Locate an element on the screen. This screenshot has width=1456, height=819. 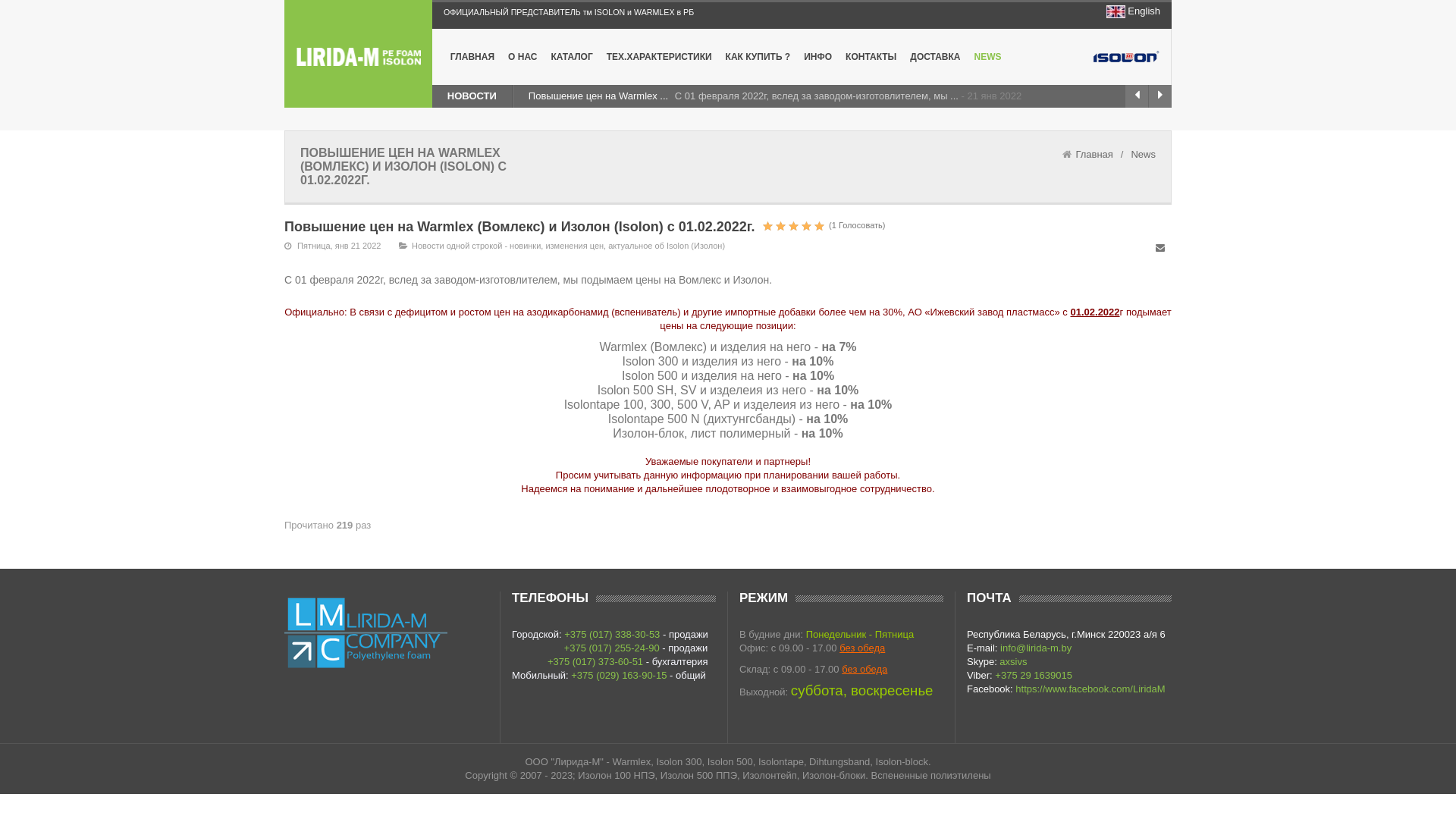
'5' is located at coordinates (792, 225).